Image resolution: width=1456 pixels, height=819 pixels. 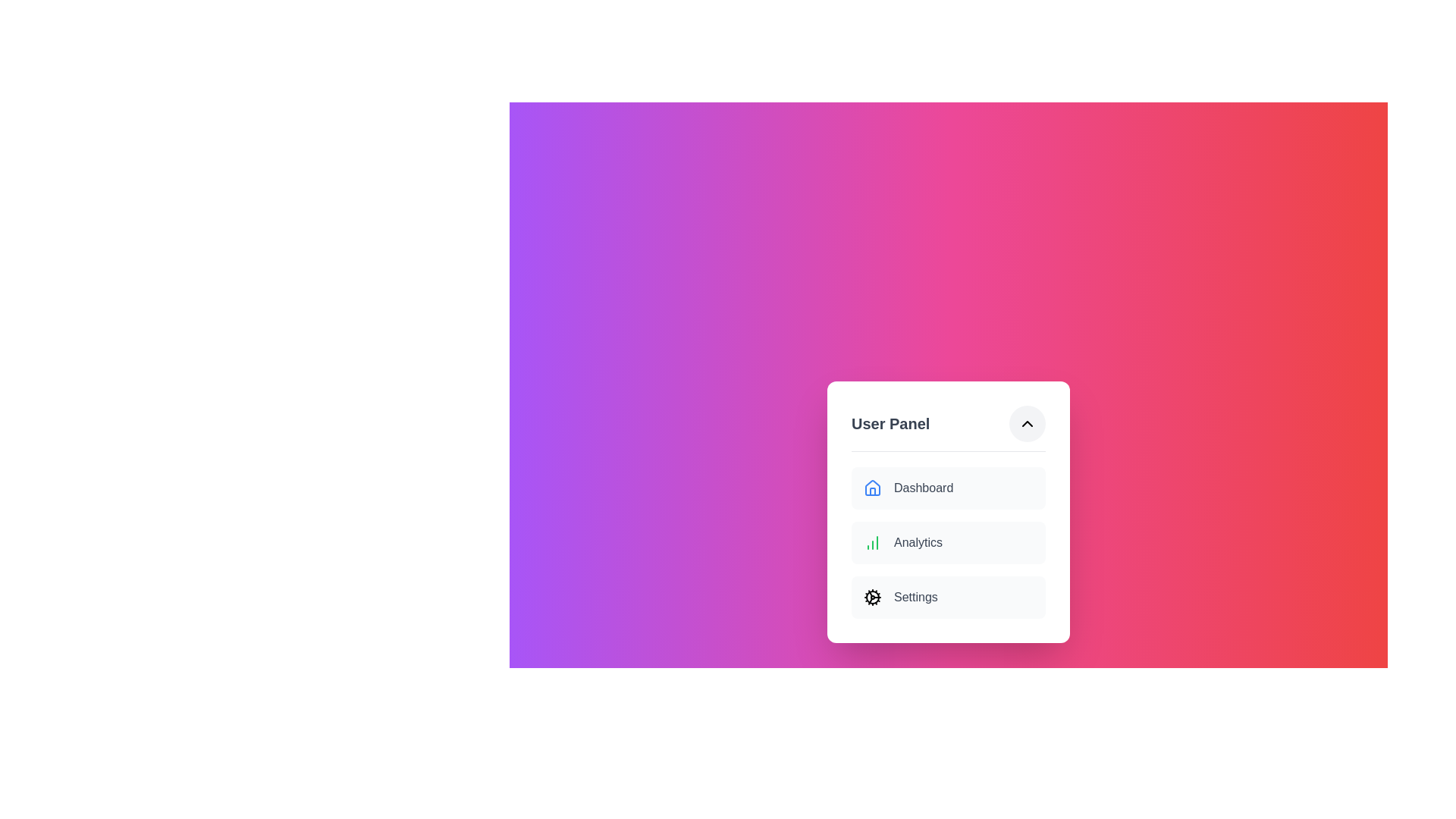 I want to click on the menu item Analytics from the menu, so click(x=948, y=541).